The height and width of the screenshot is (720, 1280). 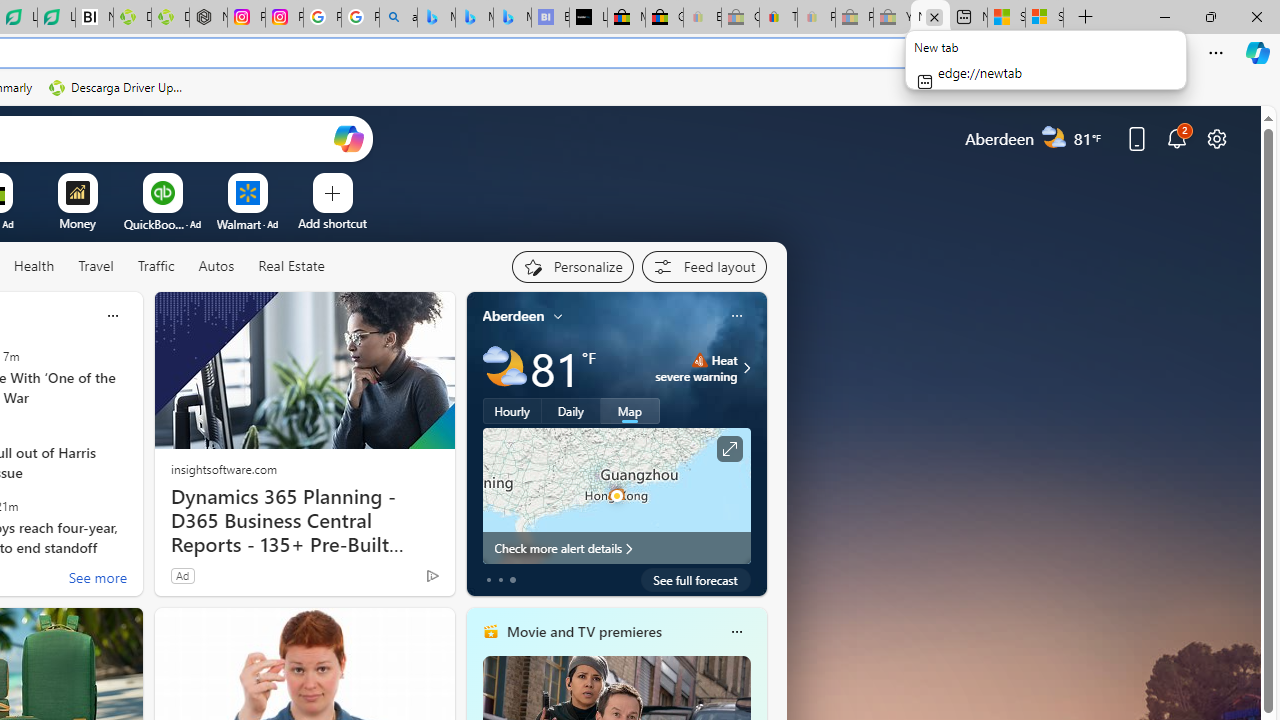 I want to click on 'Check more alert details', so click(x=615, y=547).